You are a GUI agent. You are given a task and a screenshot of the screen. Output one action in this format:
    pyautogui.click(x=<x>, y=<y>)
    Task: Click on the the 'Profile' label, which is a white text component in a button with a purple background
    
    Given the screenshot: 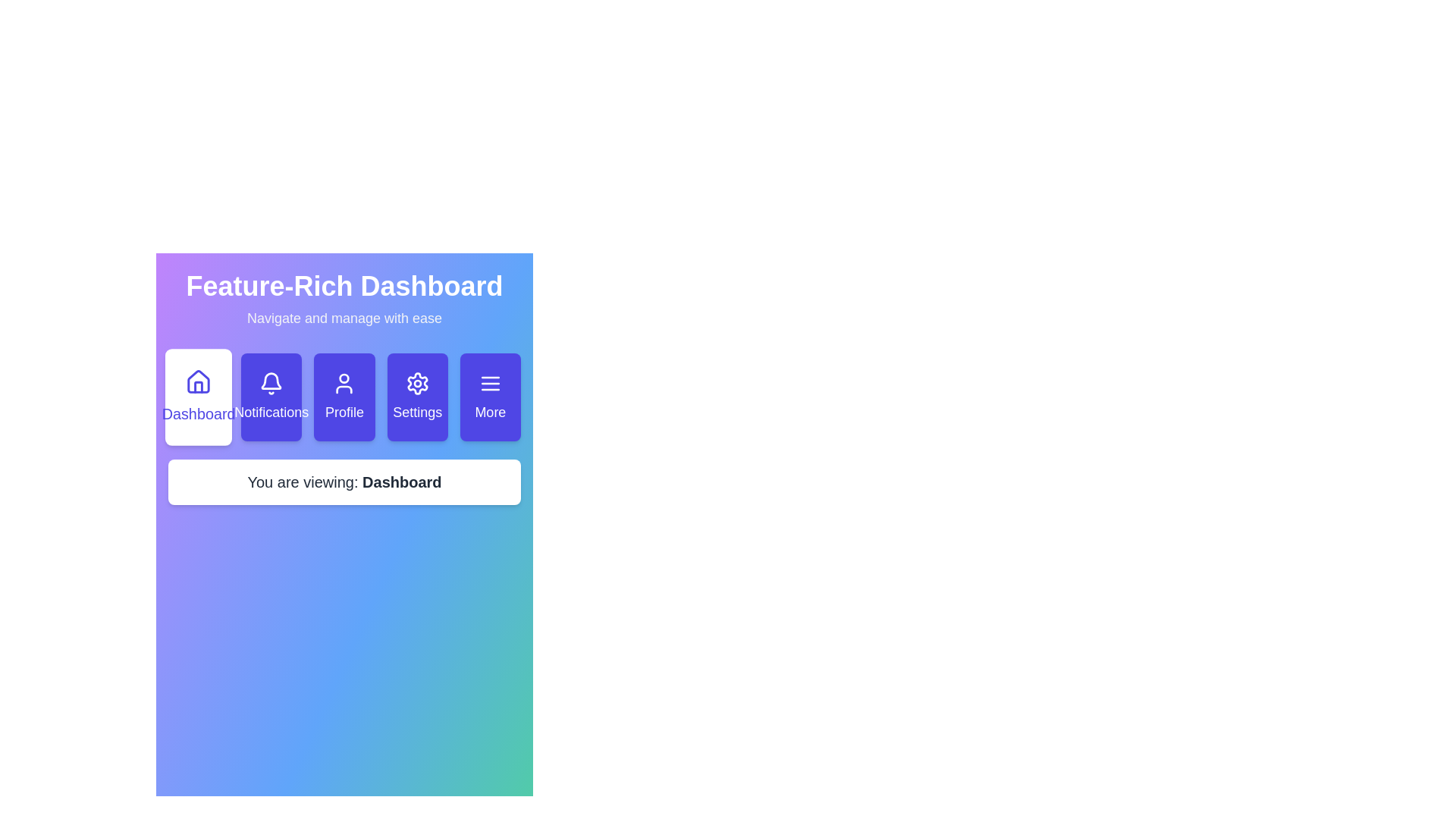 What is the action you would take?
    pyautogui.click(x=344, y=412)
    